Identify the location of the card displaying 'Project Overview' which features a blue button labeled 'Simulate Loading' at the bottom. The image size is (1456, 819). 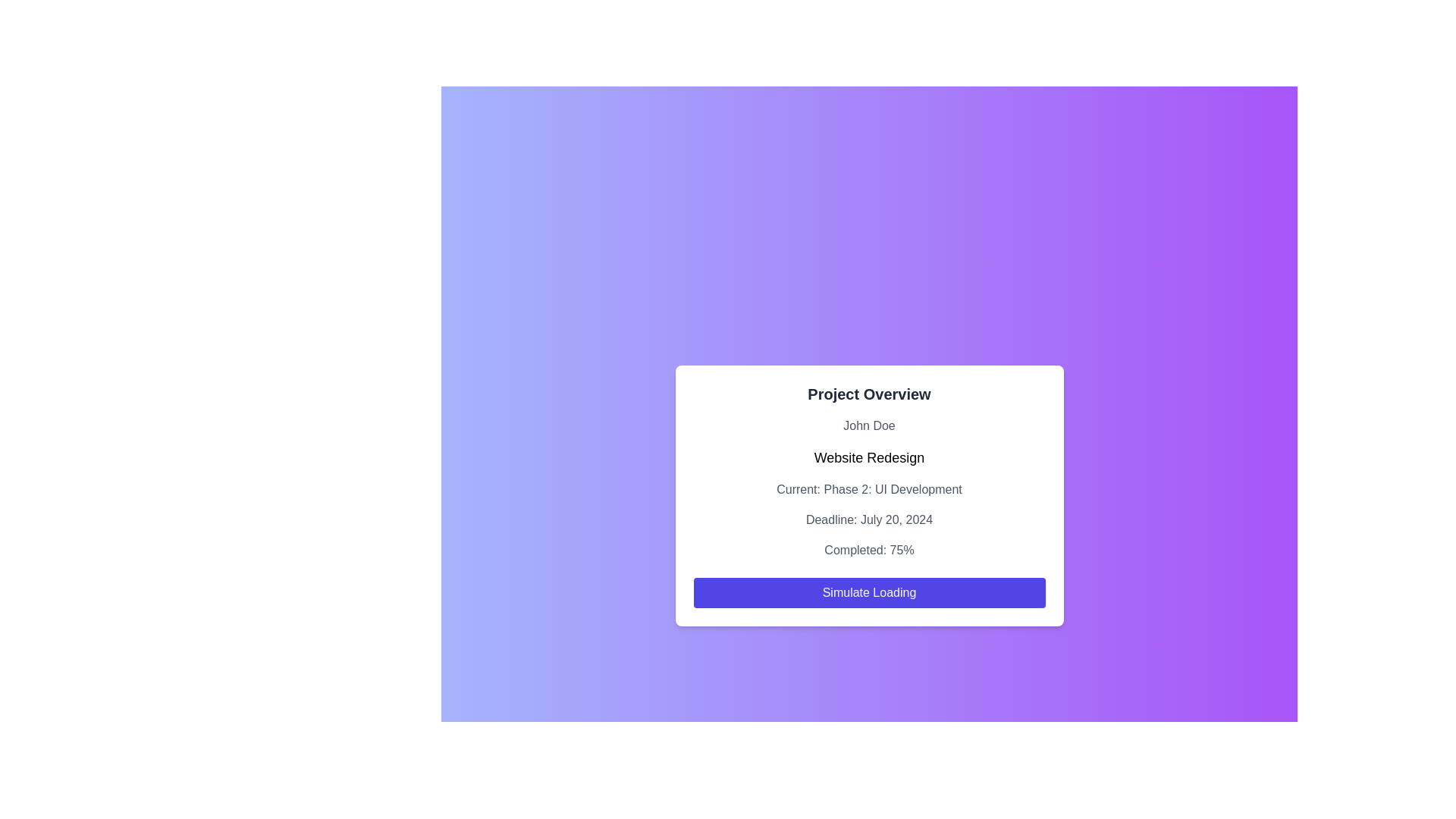
(869, 496).